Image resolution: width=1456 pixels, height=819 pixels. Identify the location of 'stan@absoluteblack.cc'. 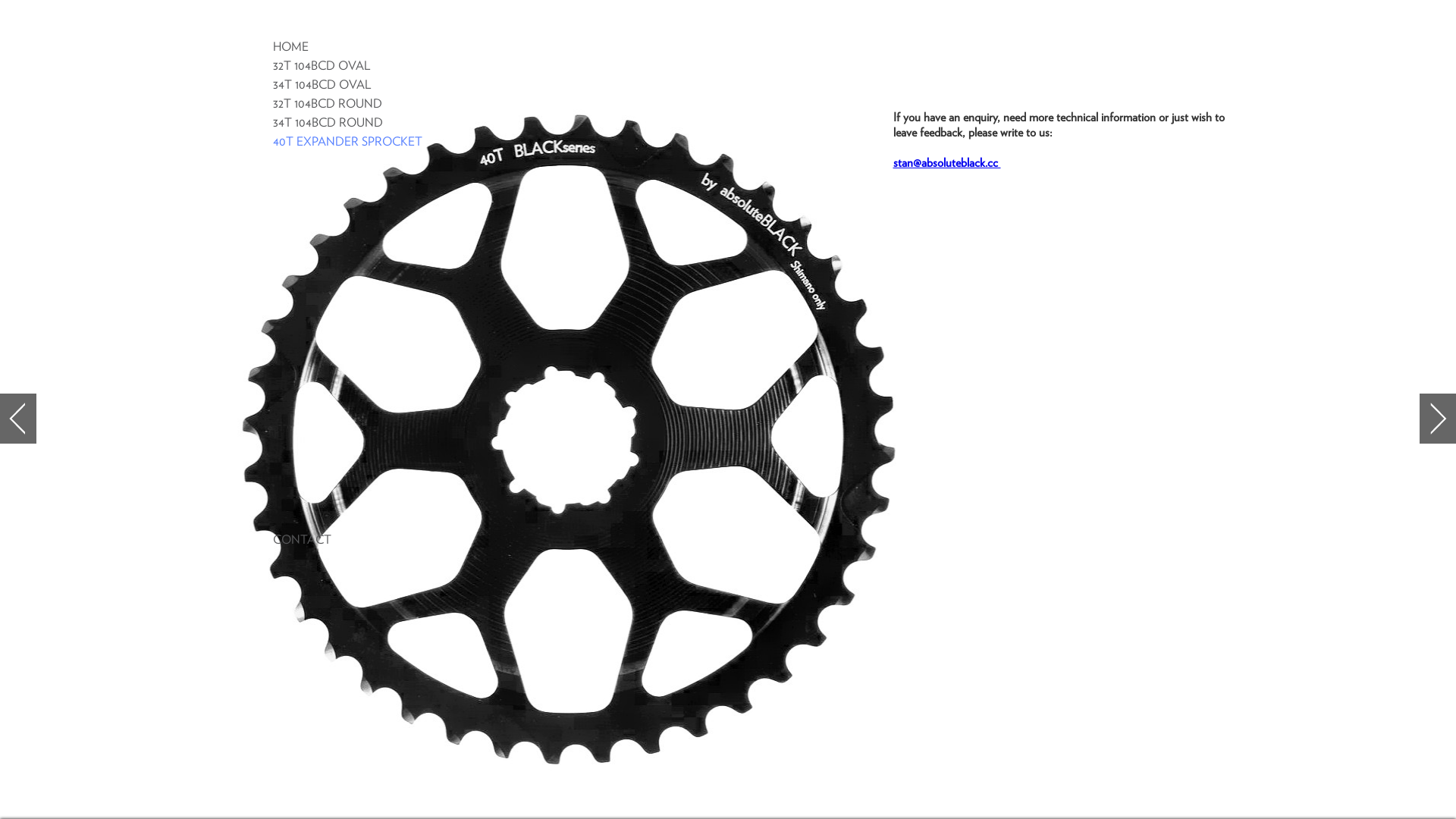
(893, 163).